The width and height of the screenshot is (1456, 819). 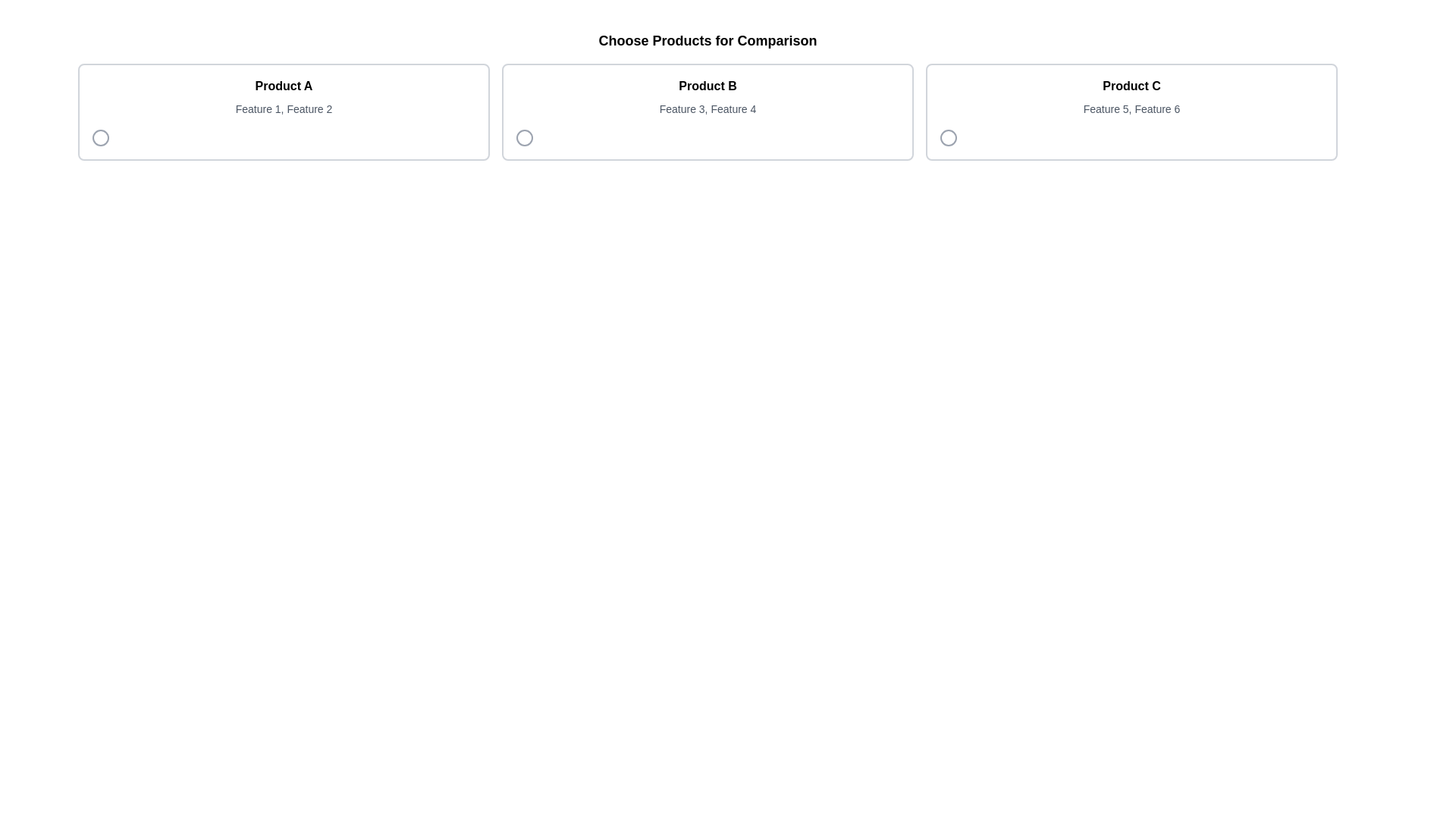 What do you see at coordinates (524, 137) in the screenshot?
I see `the circular checkbox styled icon located at the bottom-left corner of the card containing 'Product B' and 'Feature 3, Feature 4'` at bounding box center [524, 137].